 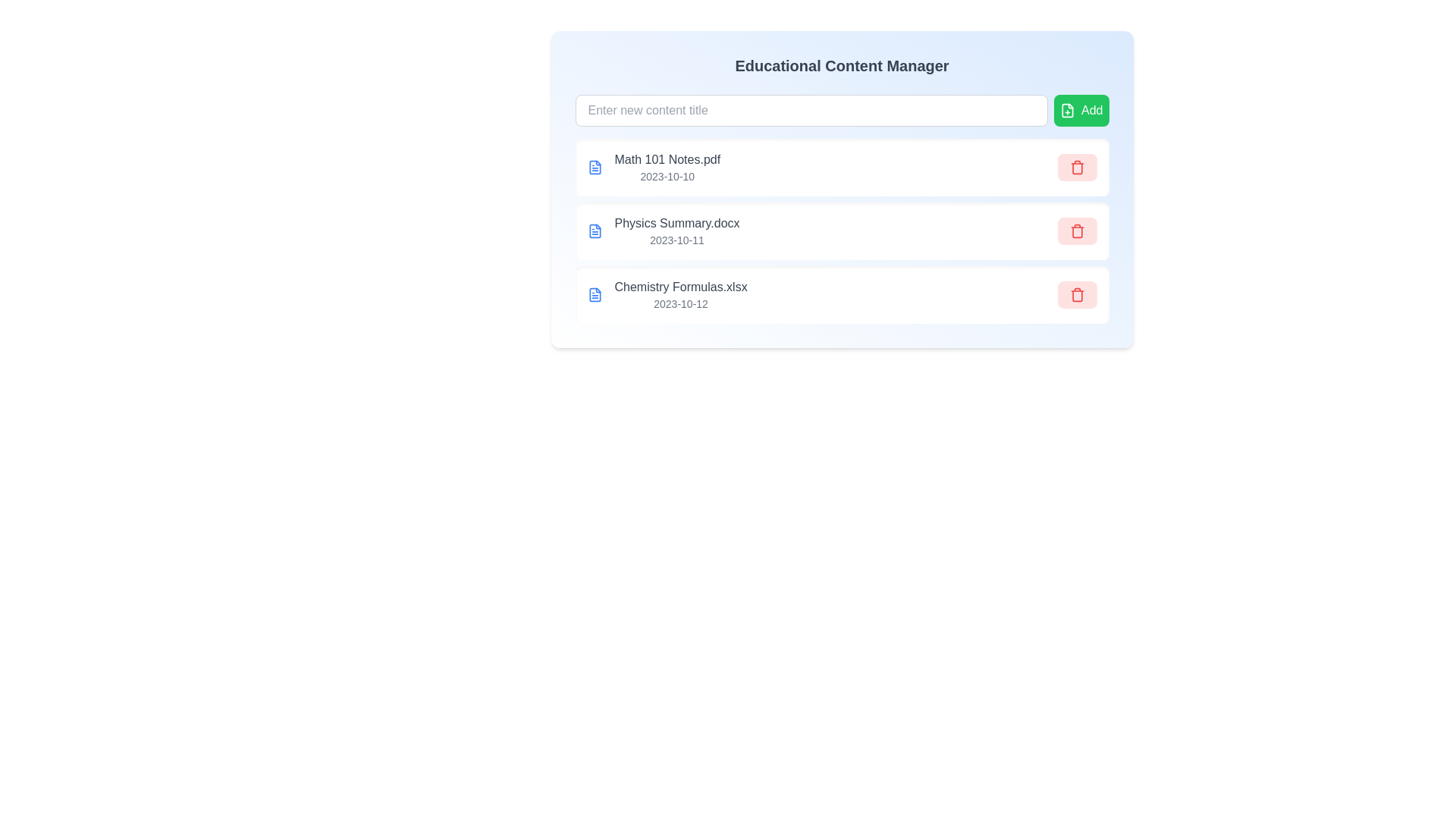 What do you see at coordinates (1076, 295) in the screenshot?
I see `the delete button located at the far right of the third row, which is associated with the file 'Chemistry Formulas.xlsx'` at bounding box center [1076, 295].